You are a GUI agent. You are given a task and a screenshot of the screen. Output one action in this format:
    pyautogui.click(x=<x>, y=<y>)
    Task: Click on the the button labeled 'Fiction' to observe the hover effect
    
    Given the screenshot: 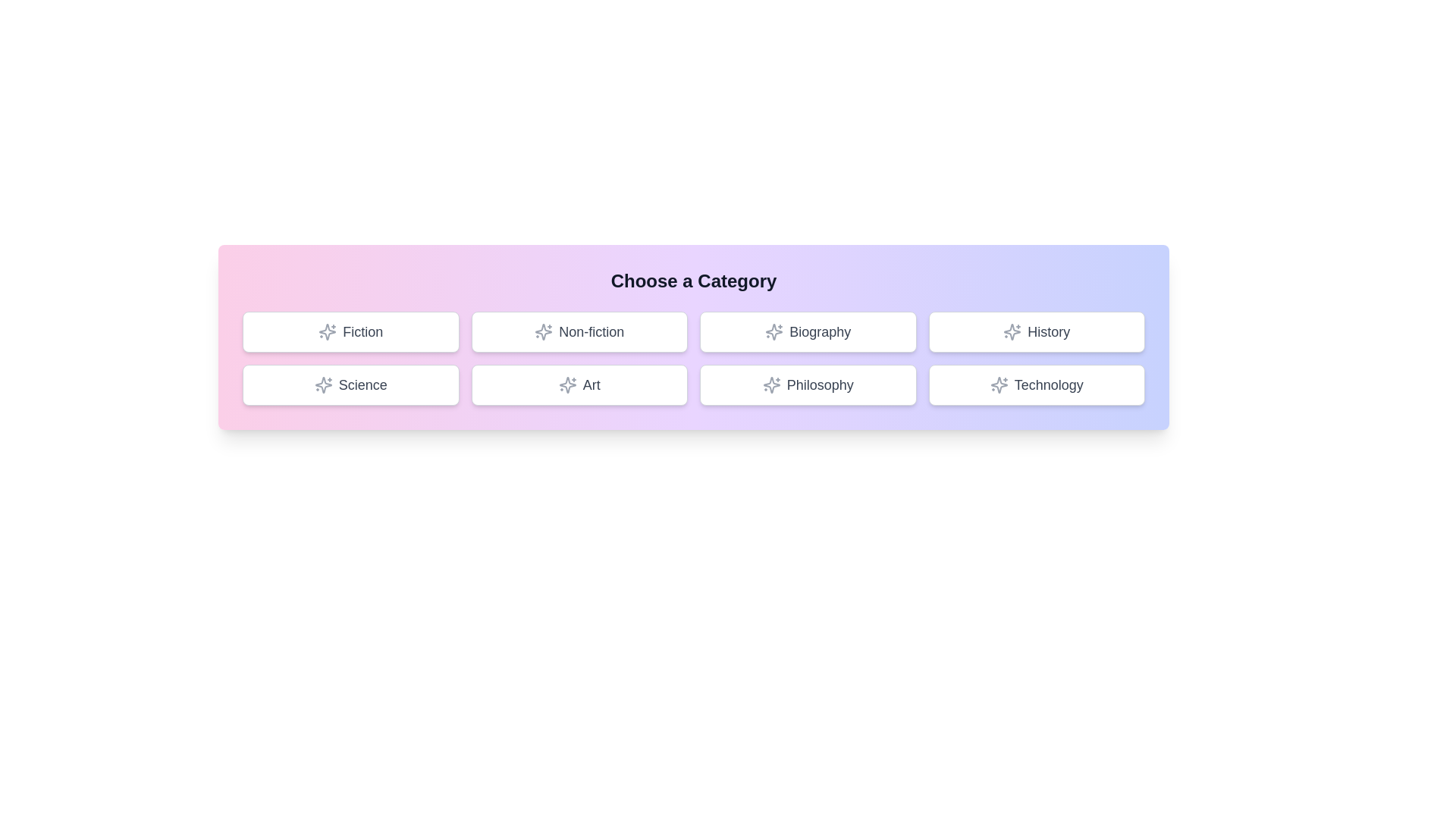 What is the action you would take?
    pyautogui.click(x=350, y=331)
    